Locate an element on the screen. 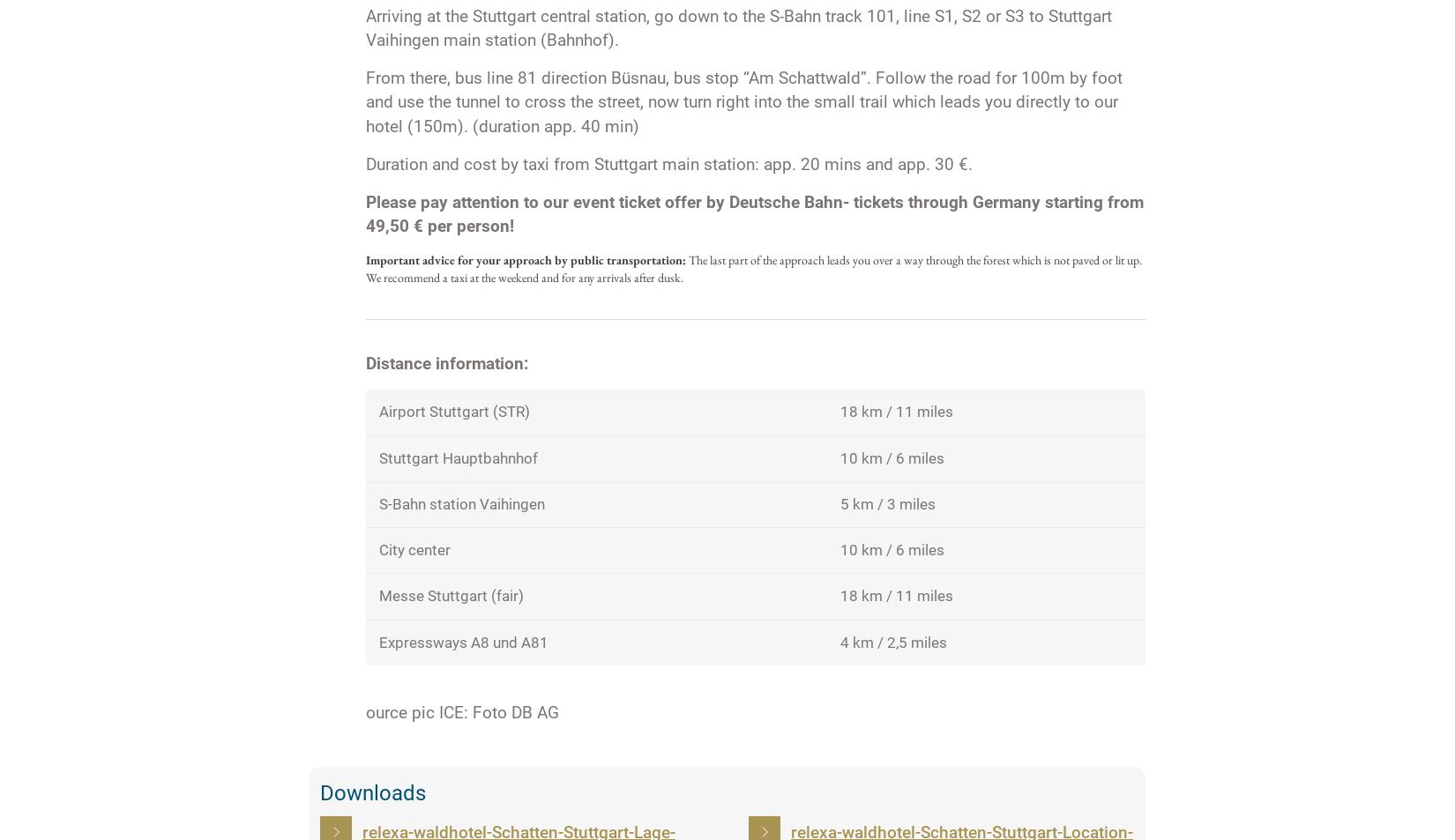  'Airport Stuttgart (STR)' is located at coordinates (454, 410).